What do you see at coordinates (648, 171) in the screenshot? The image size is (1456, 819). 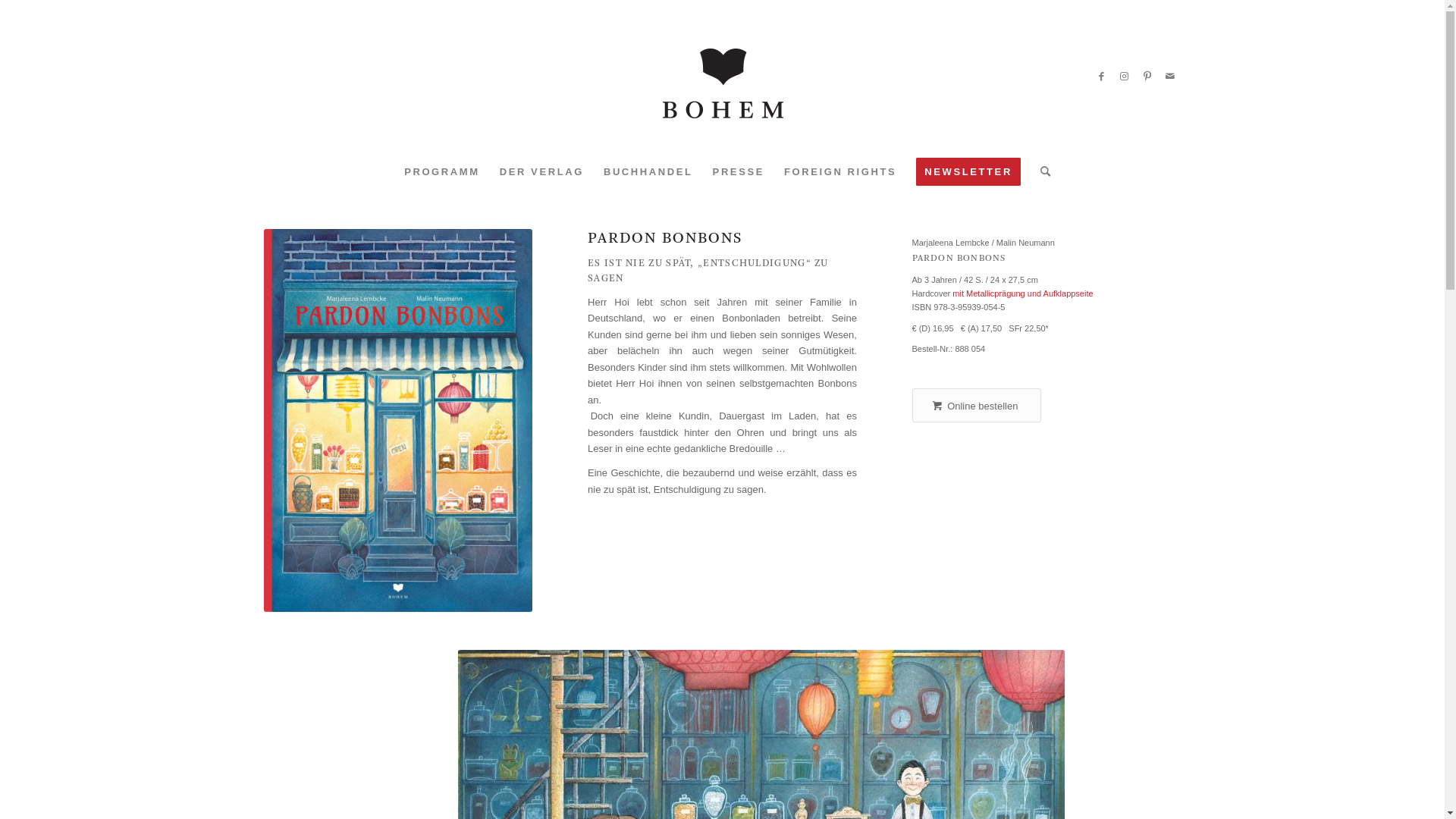 I see `'BUCHHANDEL'` at bounding box center [648, 171].